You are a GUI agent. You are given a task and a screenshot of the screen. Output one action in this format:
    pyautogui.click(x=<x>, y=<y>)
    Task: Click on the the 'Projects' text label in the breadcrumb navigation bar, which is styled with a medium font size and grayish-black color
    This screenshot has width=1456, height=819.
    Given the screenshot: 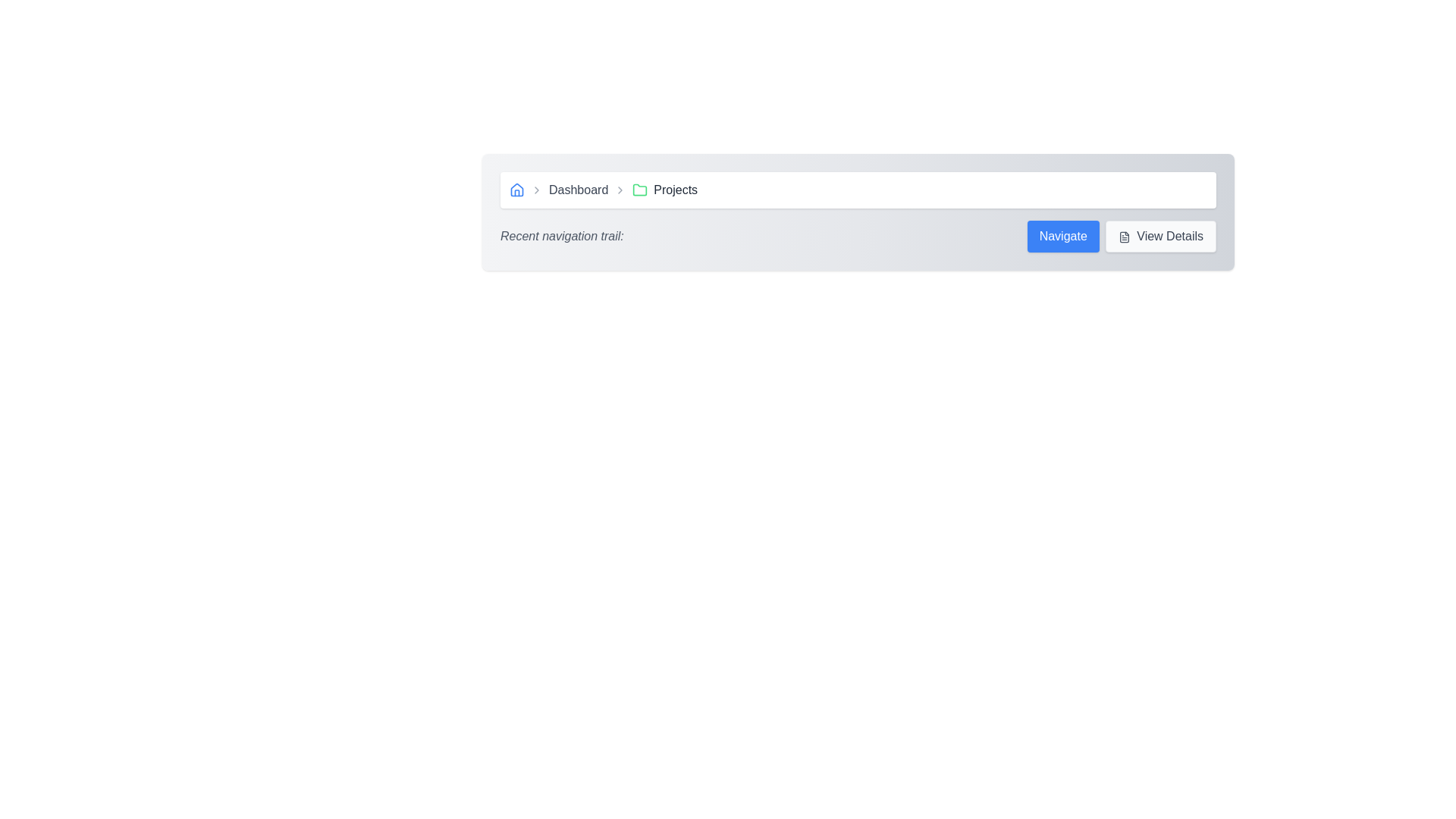 What is the action you would take?
    pyautogui.click(x=675, y=189)
    